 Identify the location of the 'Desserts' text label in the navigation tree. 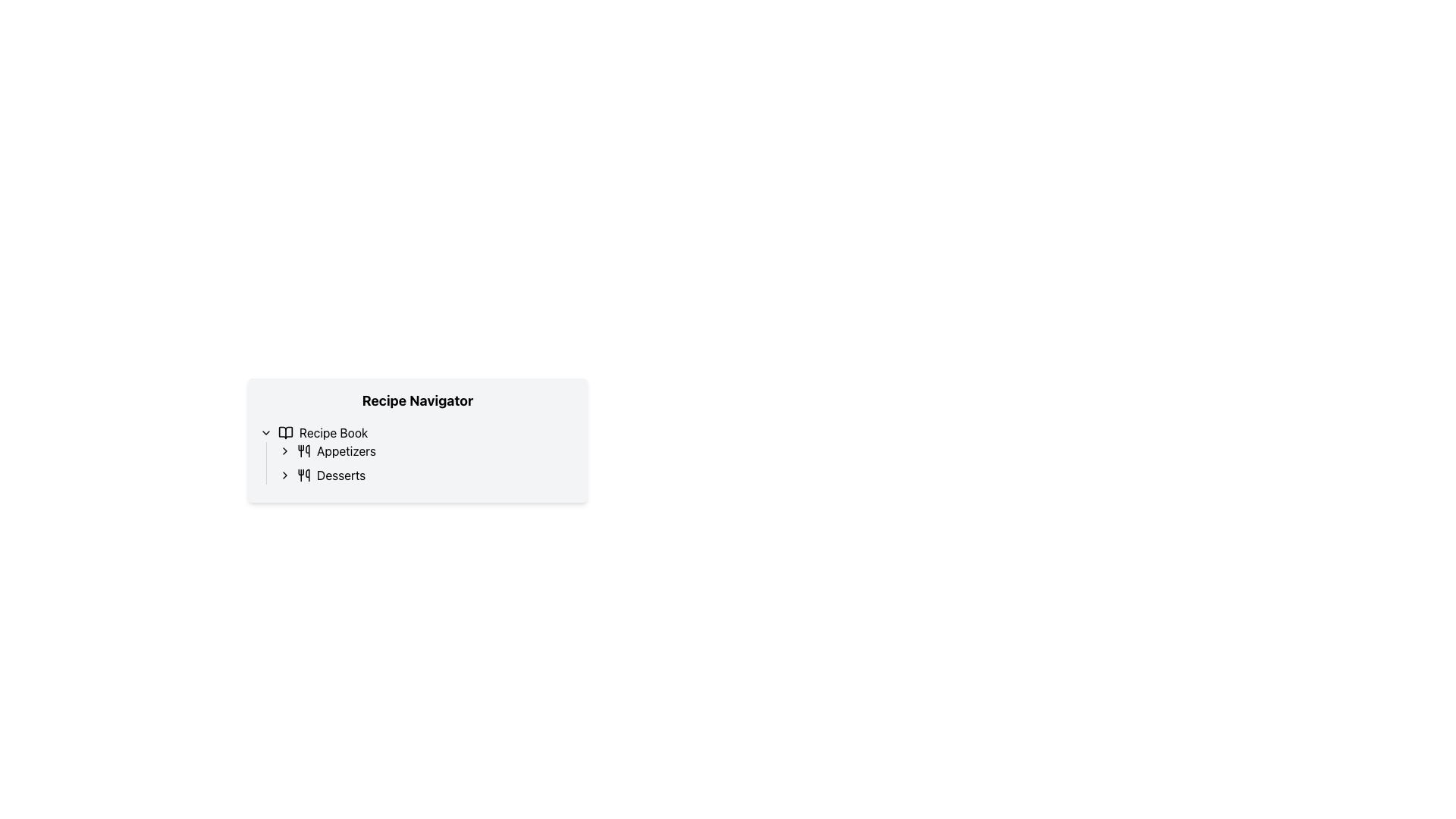
(340, 475).